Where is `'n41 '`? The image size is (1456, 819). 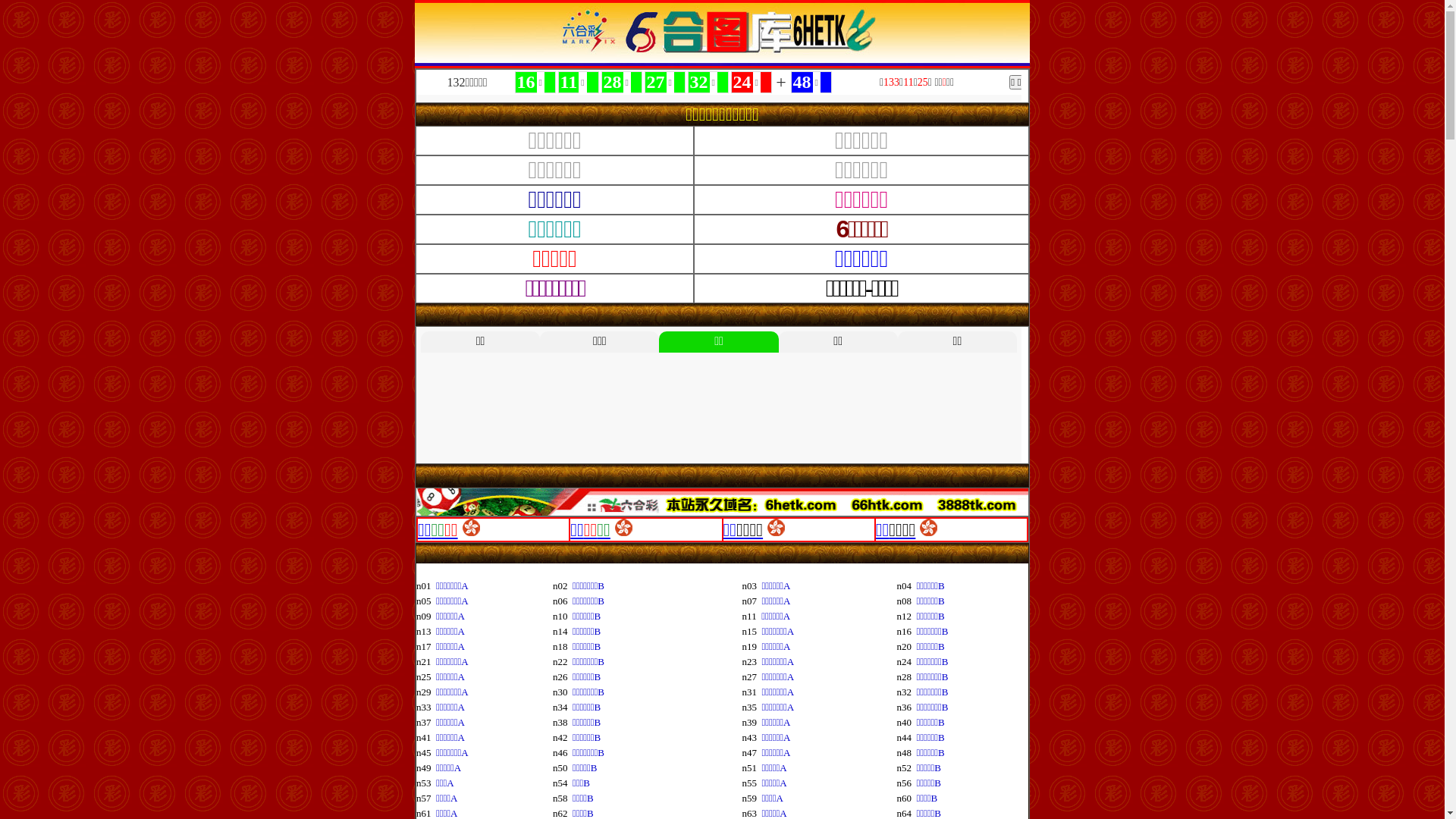 'n41 ' is located at coordinates (425, 736).